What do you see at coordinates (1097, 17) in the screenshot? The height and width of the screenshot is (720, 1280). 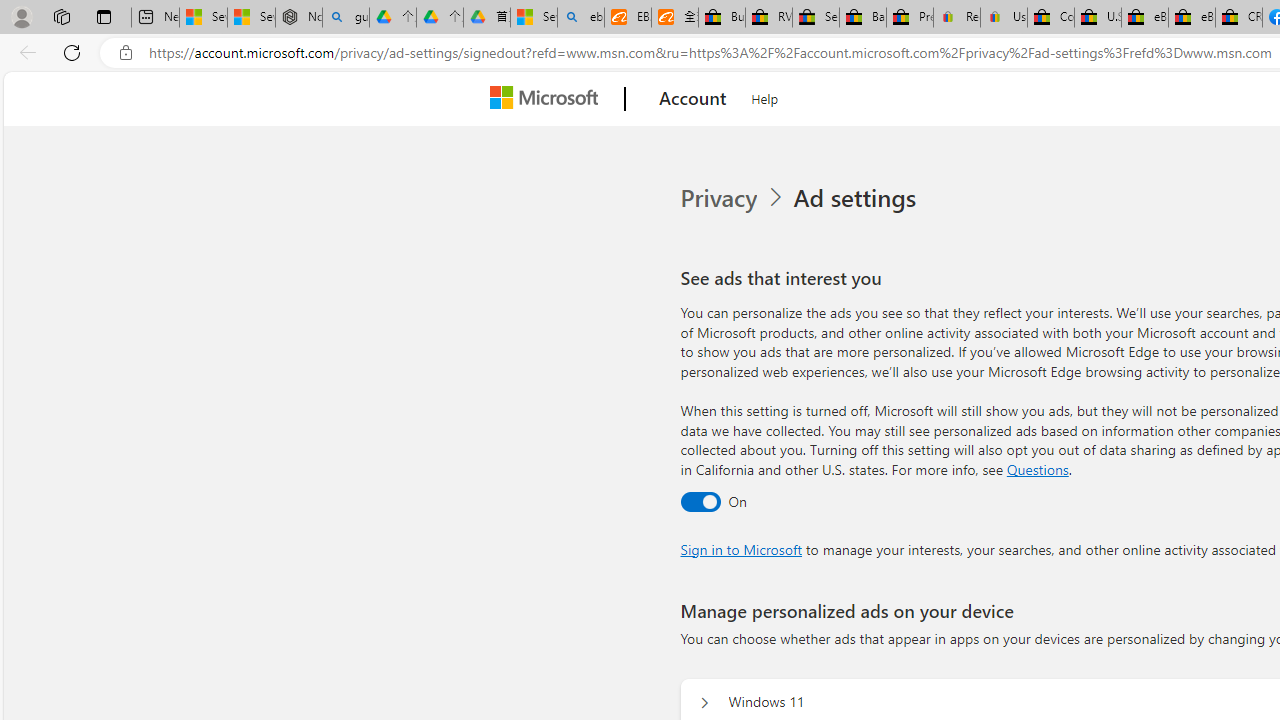 I see `'U.S. State Privacy Disclosures - eBay Inc.'` at bounding box center [1097, 17].